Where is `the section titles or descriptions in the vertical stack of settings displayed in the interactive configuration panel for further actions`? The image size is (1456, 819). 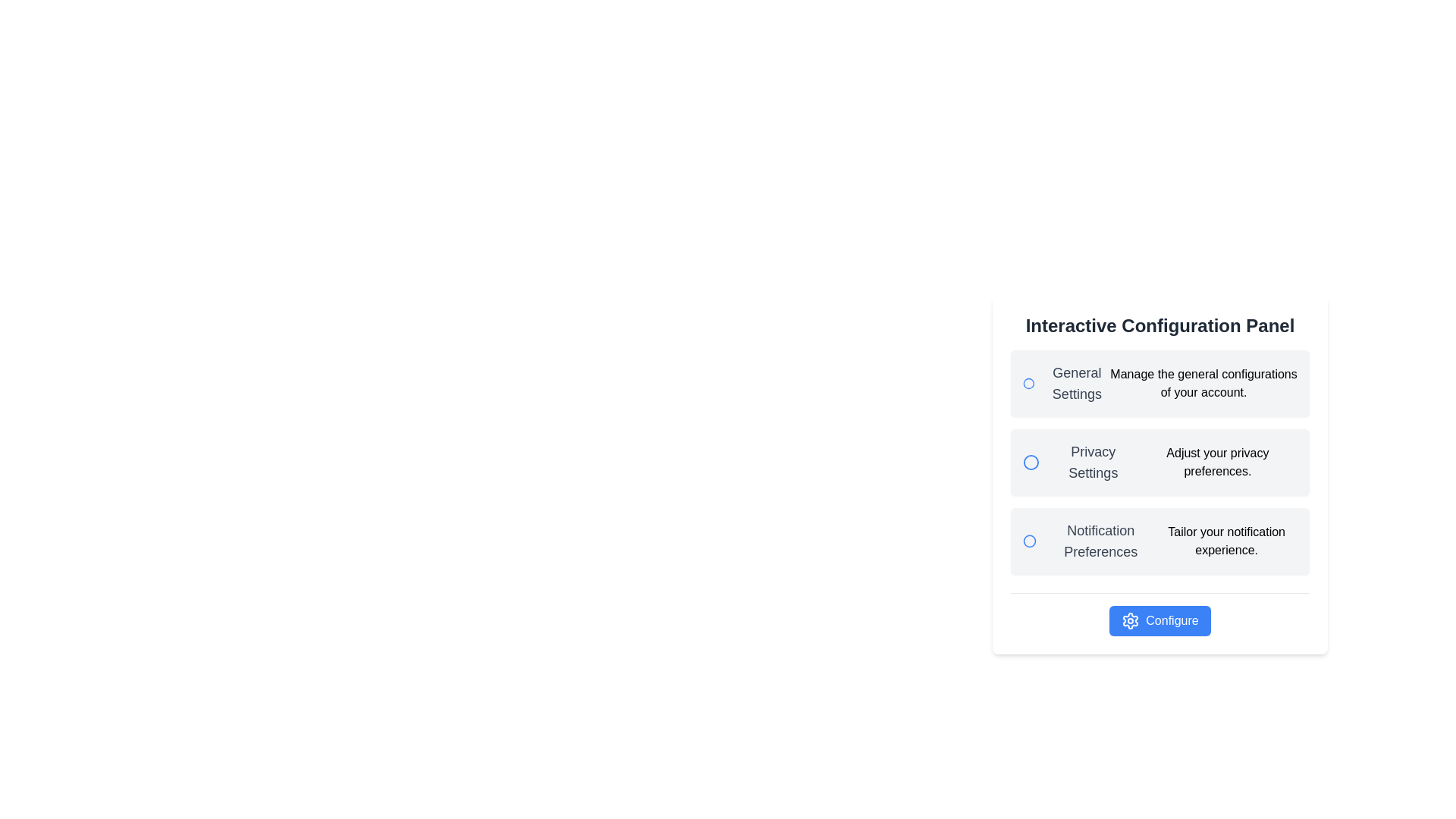 the section titles or descriptions in the vertical stack of settings displayed in the interactive configuration panel for further actions is located at coordinates (1159, 461).